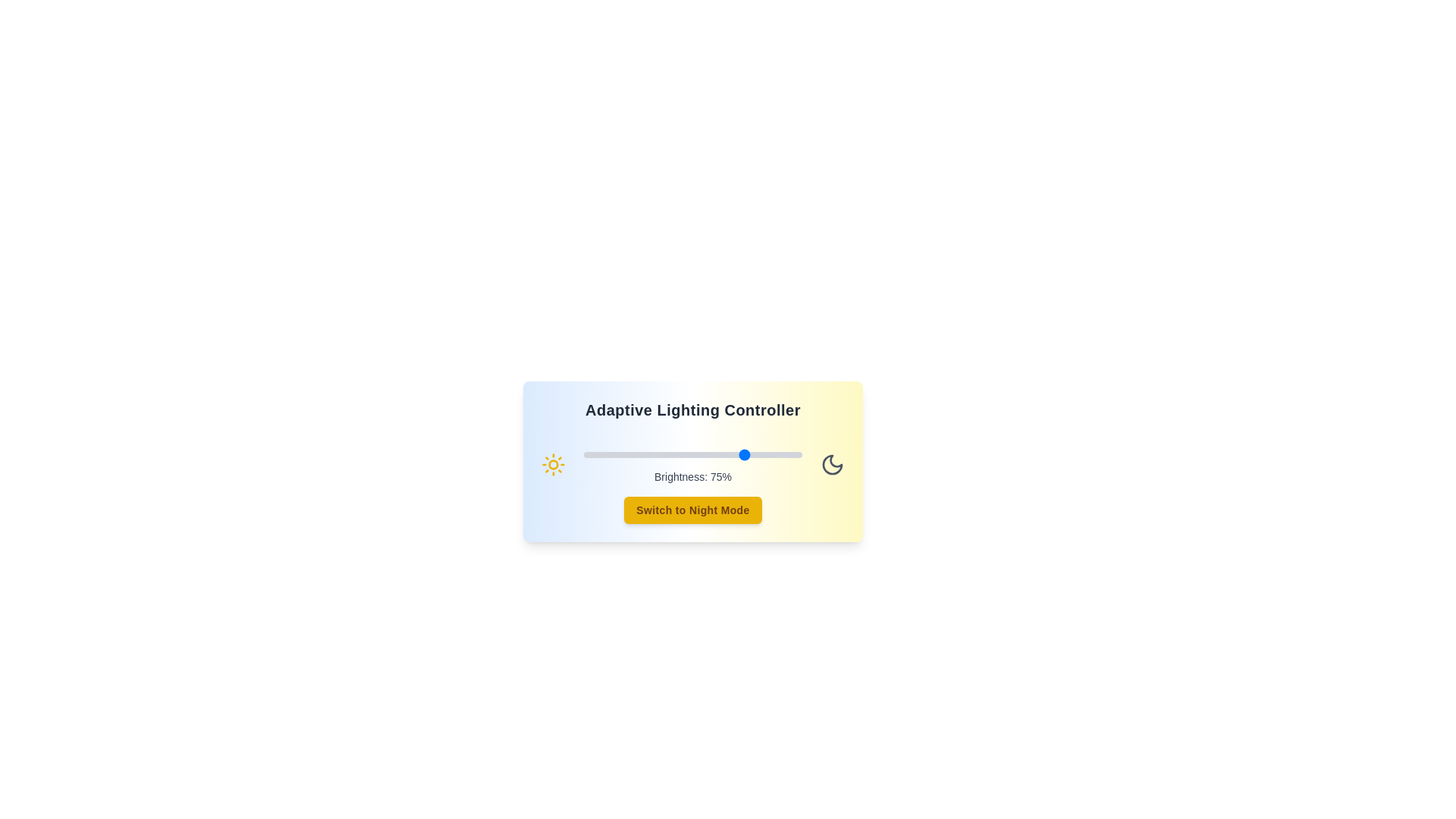  What do you see at coordinates (649, 454) in the screenshot?
I see `the brightness level` at bounding box center [649, 454].